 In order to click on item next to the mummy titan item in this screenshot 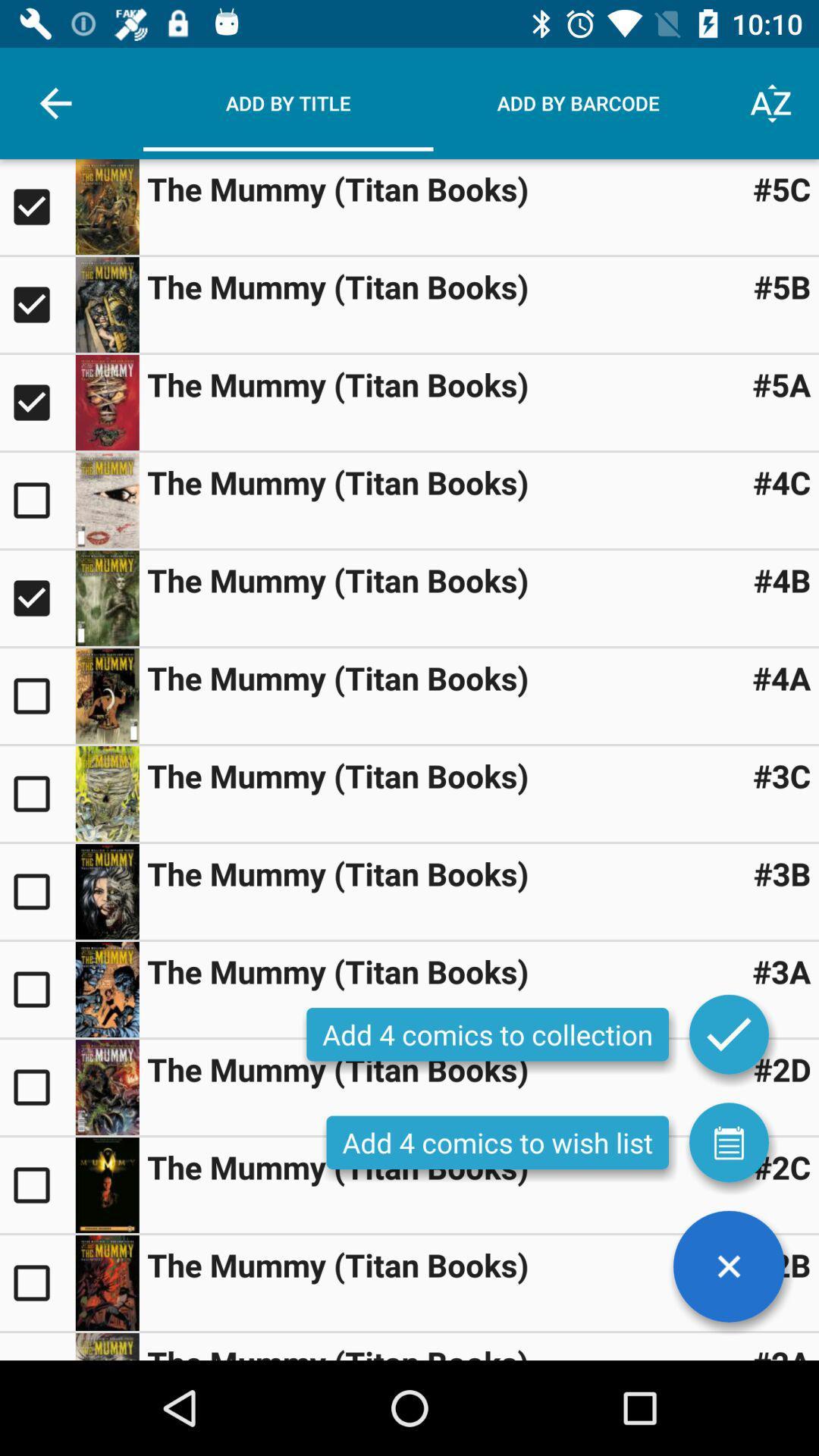, I will do `click(782, 579)`.